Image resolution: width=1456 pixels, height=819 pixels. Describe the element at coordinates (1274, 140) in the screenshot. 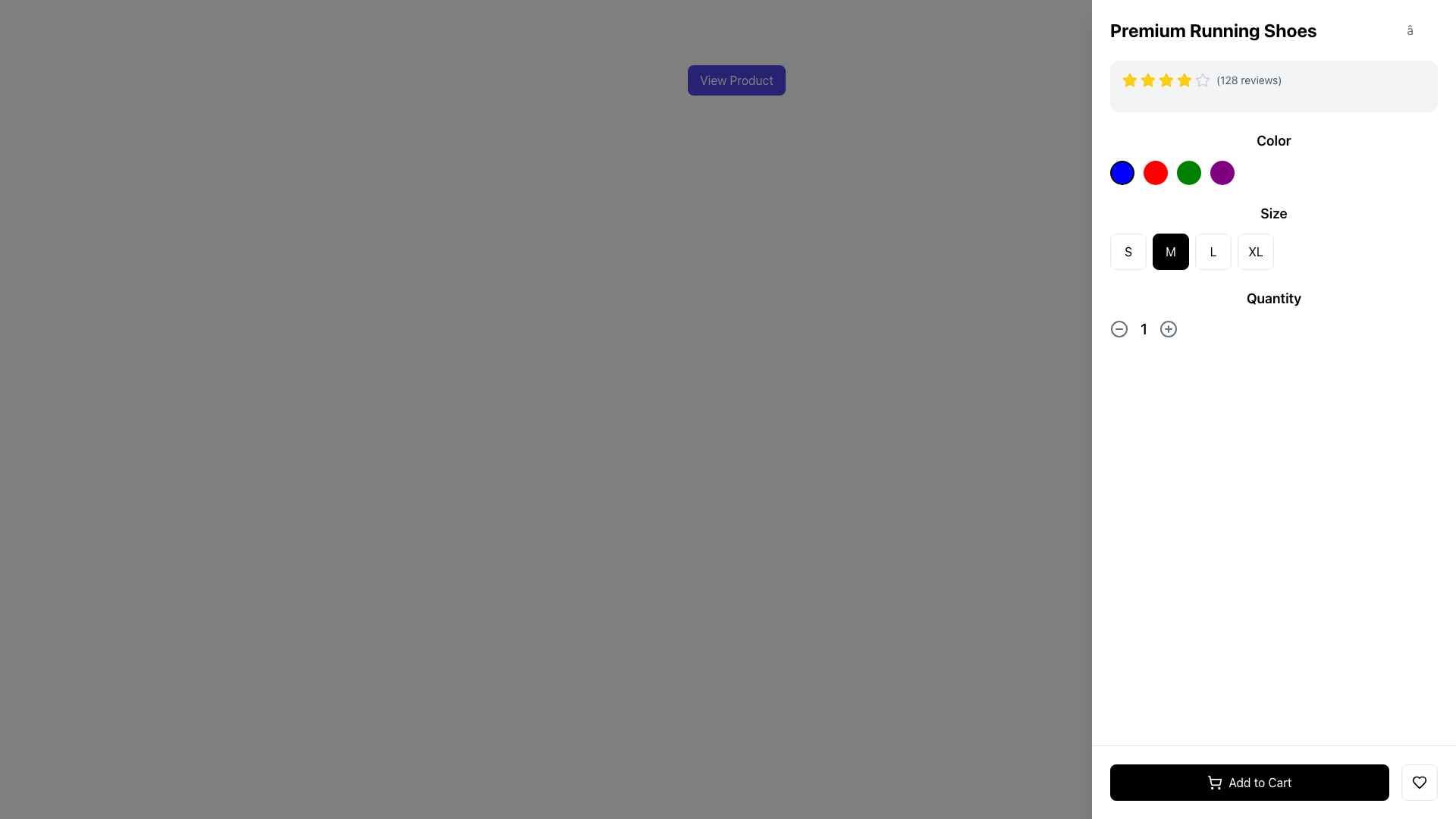

I see `the static text label that indicates the purpose of the section for choosing a color for the product, positioned centrally aligned on the right side of the interface above the color selection options` at that location.